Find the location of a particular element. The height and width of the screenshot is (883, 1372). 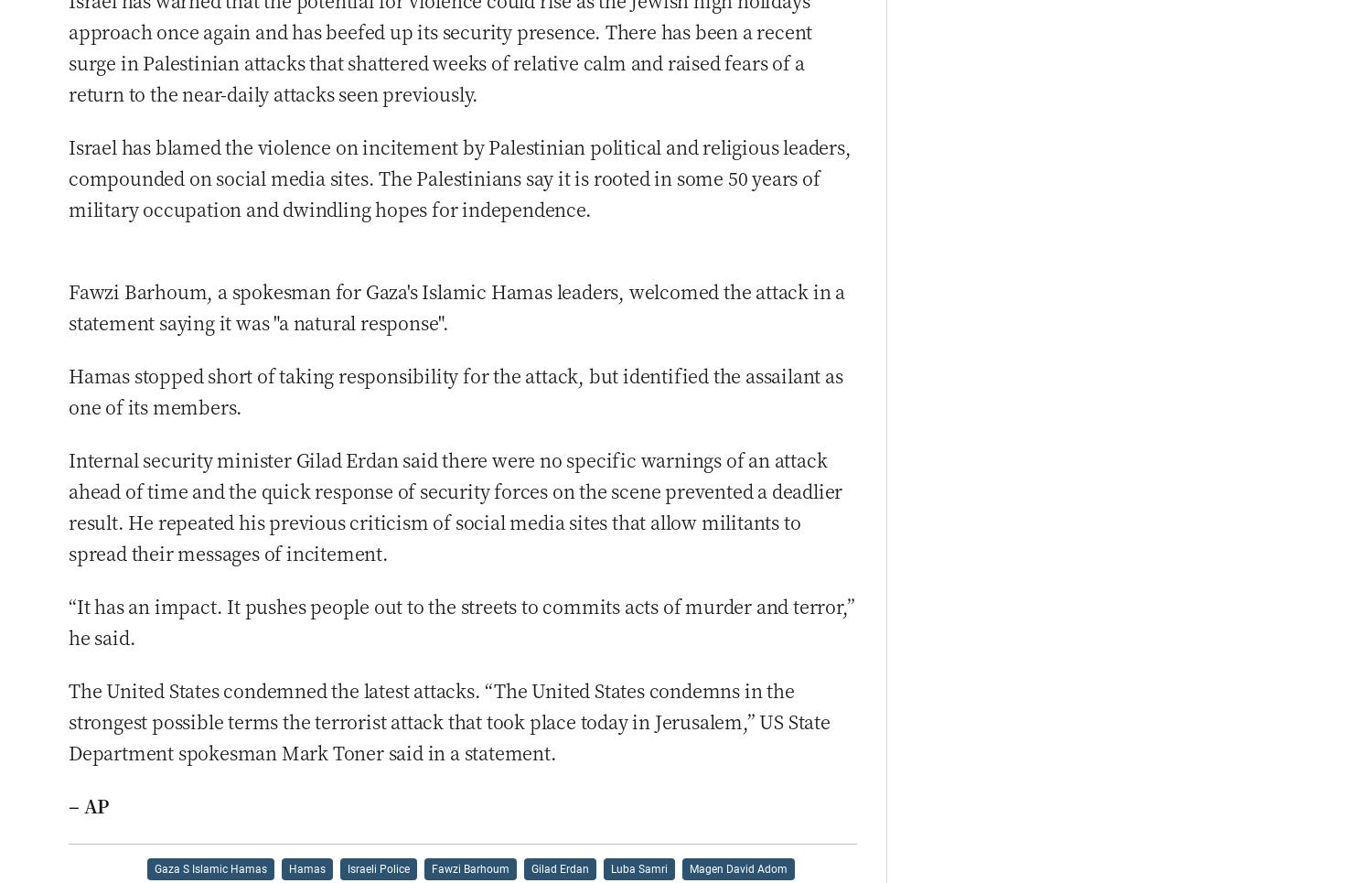

'Gilad Erdan' is located at coordinates (558, 867).